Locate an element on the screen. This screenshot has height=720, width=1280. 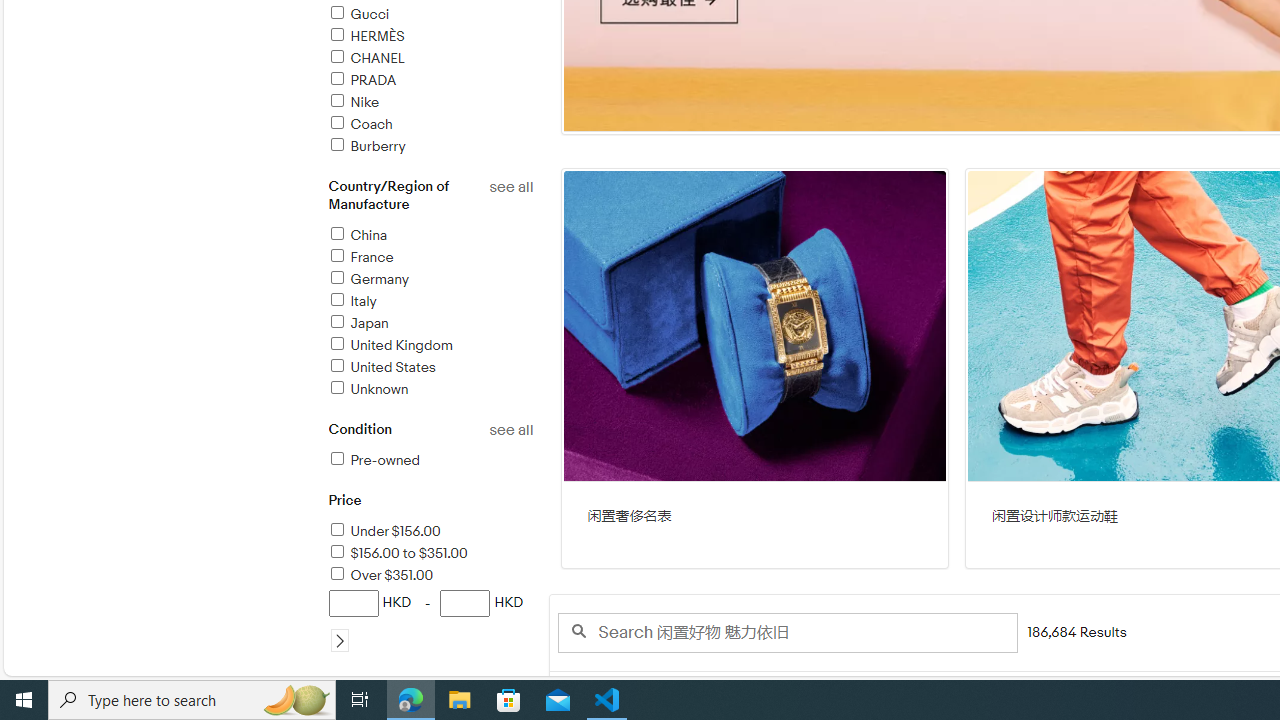
'Under $156.00' is located at coordinates (429, 531).